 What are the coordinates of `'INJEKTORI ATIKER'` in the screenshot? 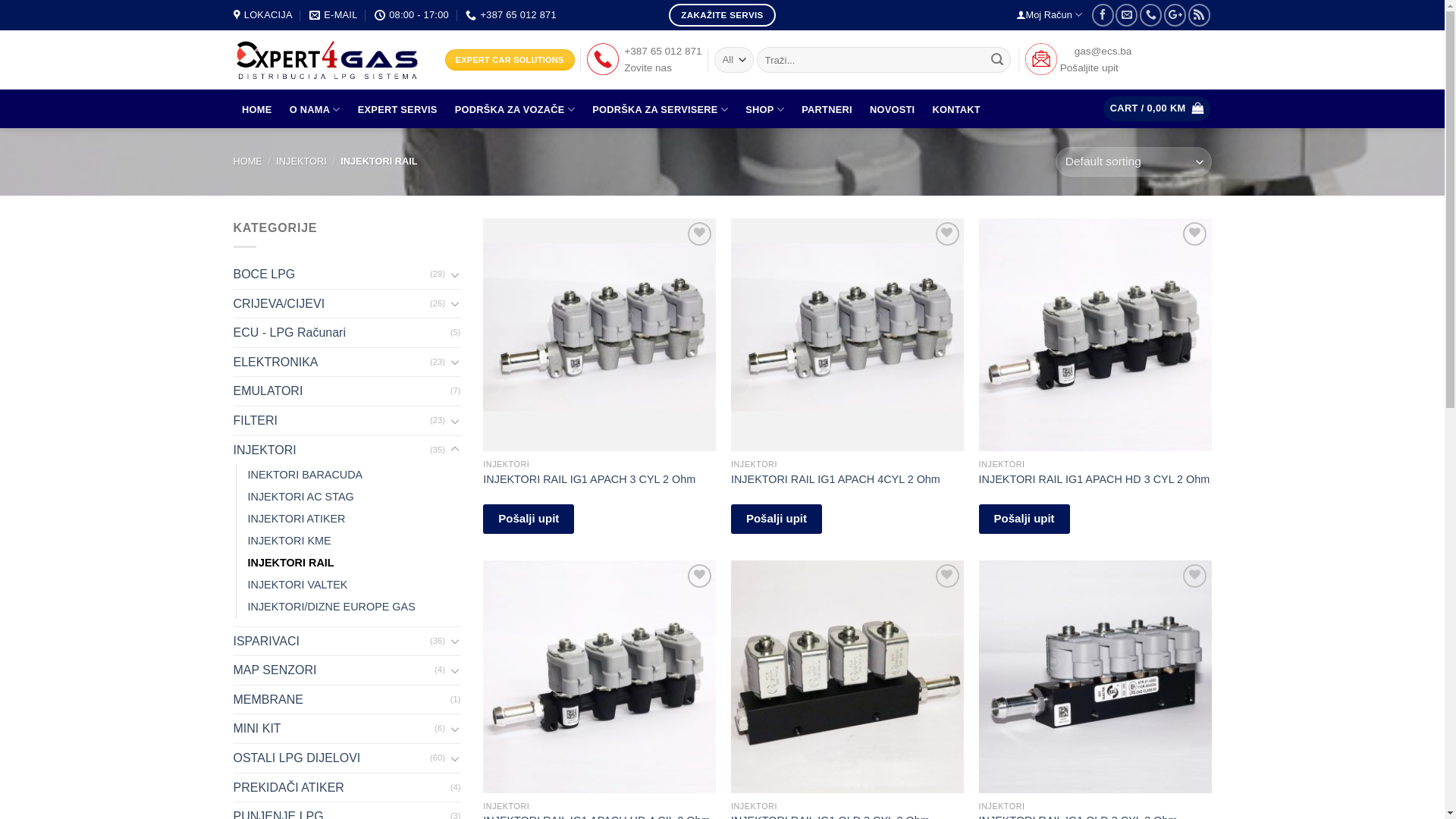 It's located at (296, 518).